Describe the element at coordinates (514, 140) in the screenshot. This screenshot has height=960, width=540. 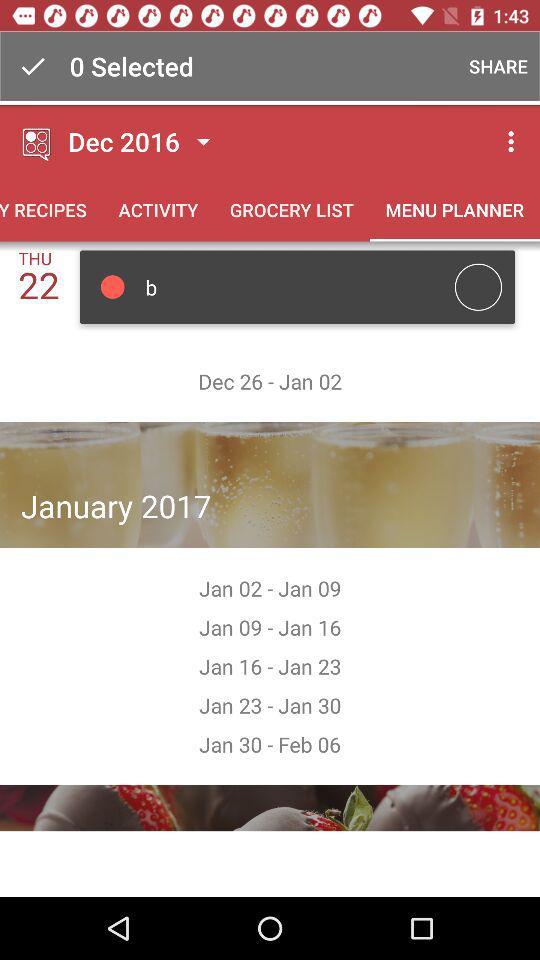
I see `the three dots button above the tab menu planner on the web page` at that location.